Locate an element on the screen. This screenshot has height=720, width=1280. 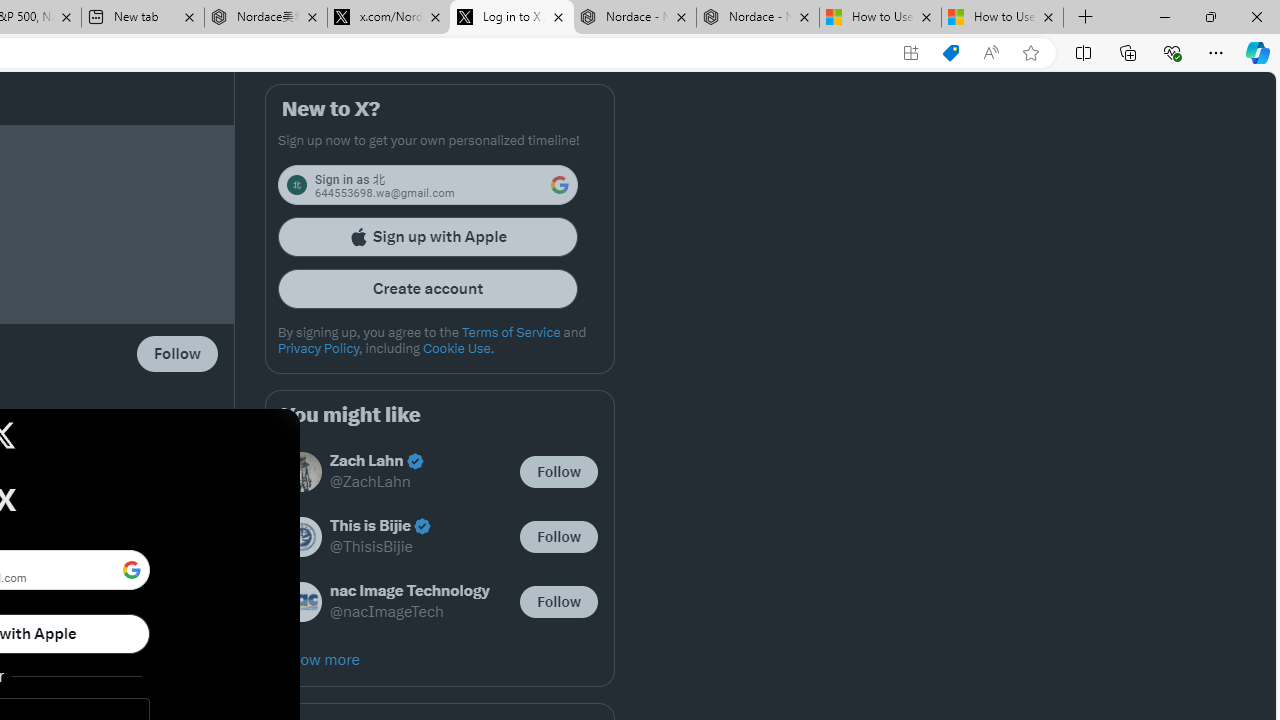
'New tab' is located at coordinates (141, 17).